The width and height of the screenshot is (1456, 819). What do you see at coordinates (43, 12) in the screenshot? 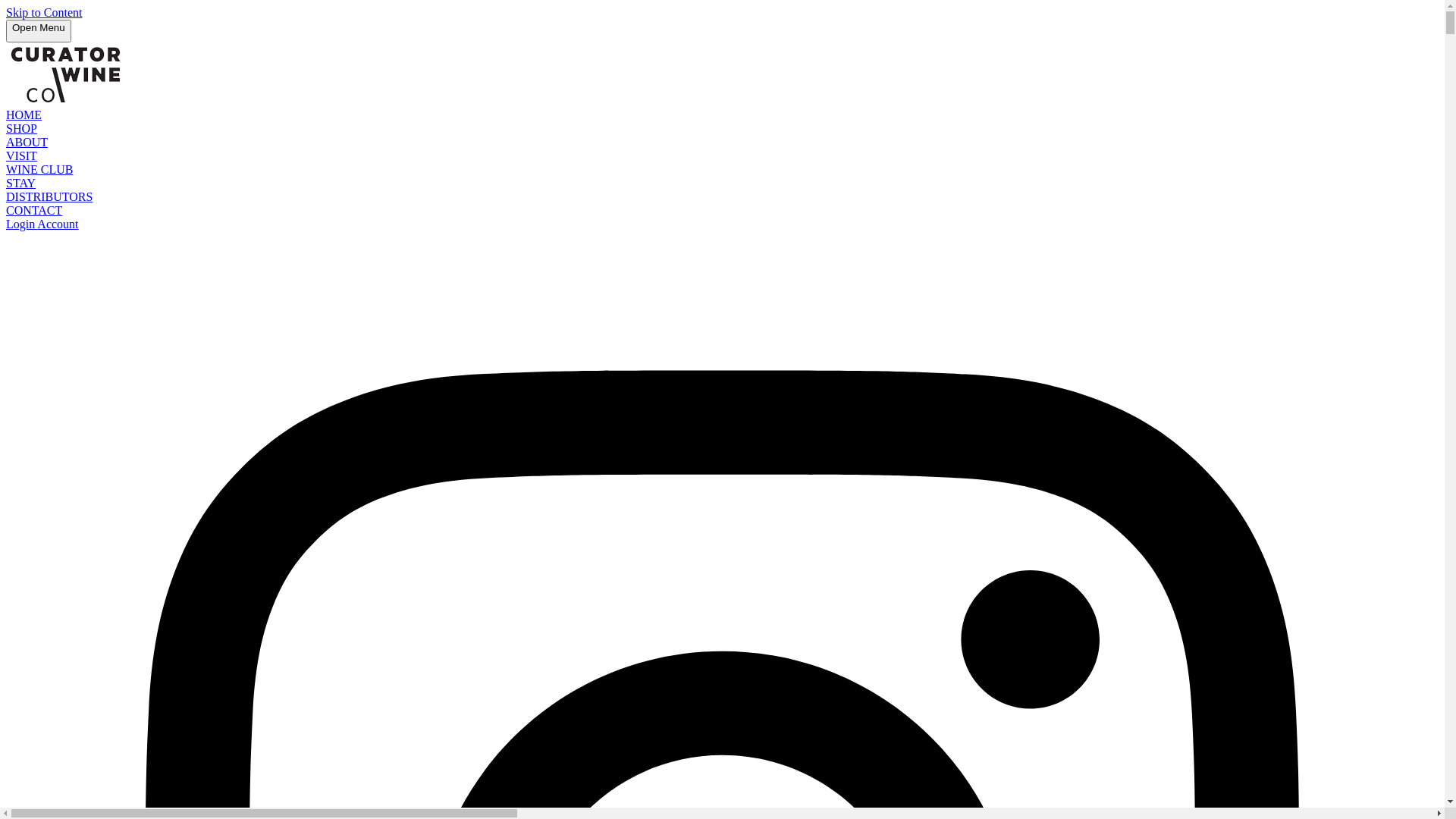
I see `'Skip to Content'` at bounding box center [43, 12].